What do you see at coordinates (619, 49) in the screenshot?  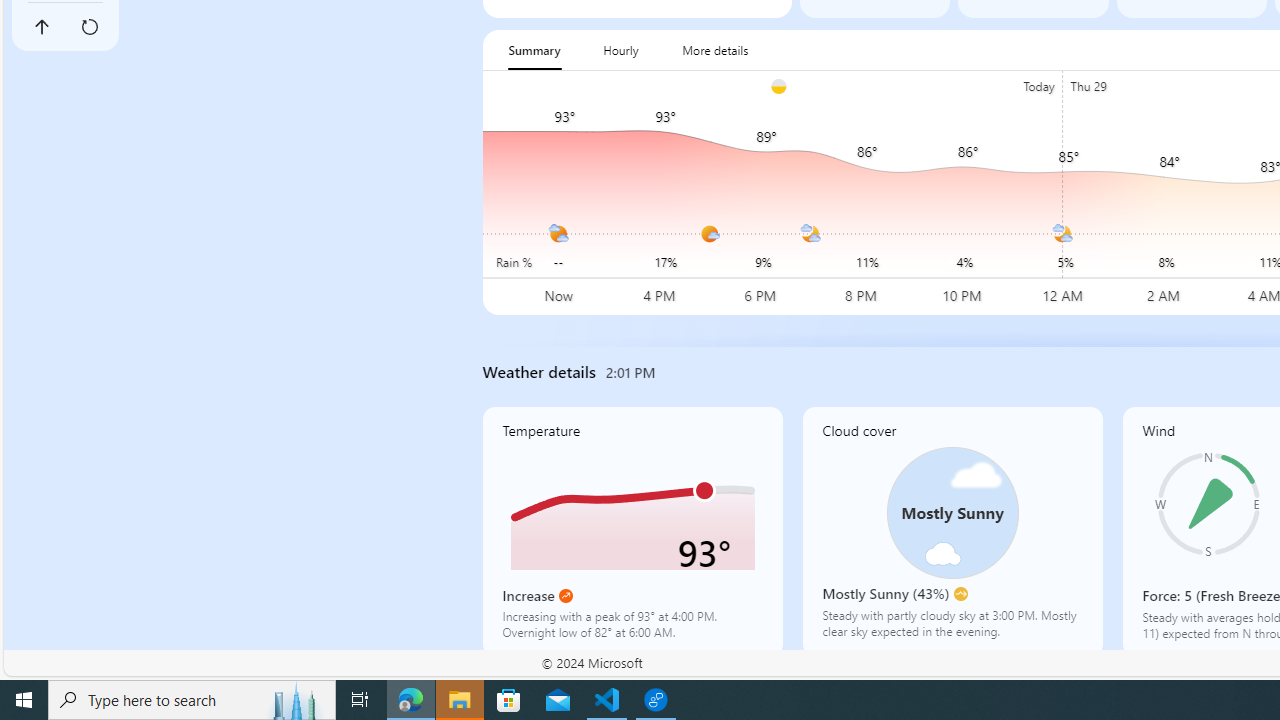 I see `'Hourly'` at bounding box center [619, 49].